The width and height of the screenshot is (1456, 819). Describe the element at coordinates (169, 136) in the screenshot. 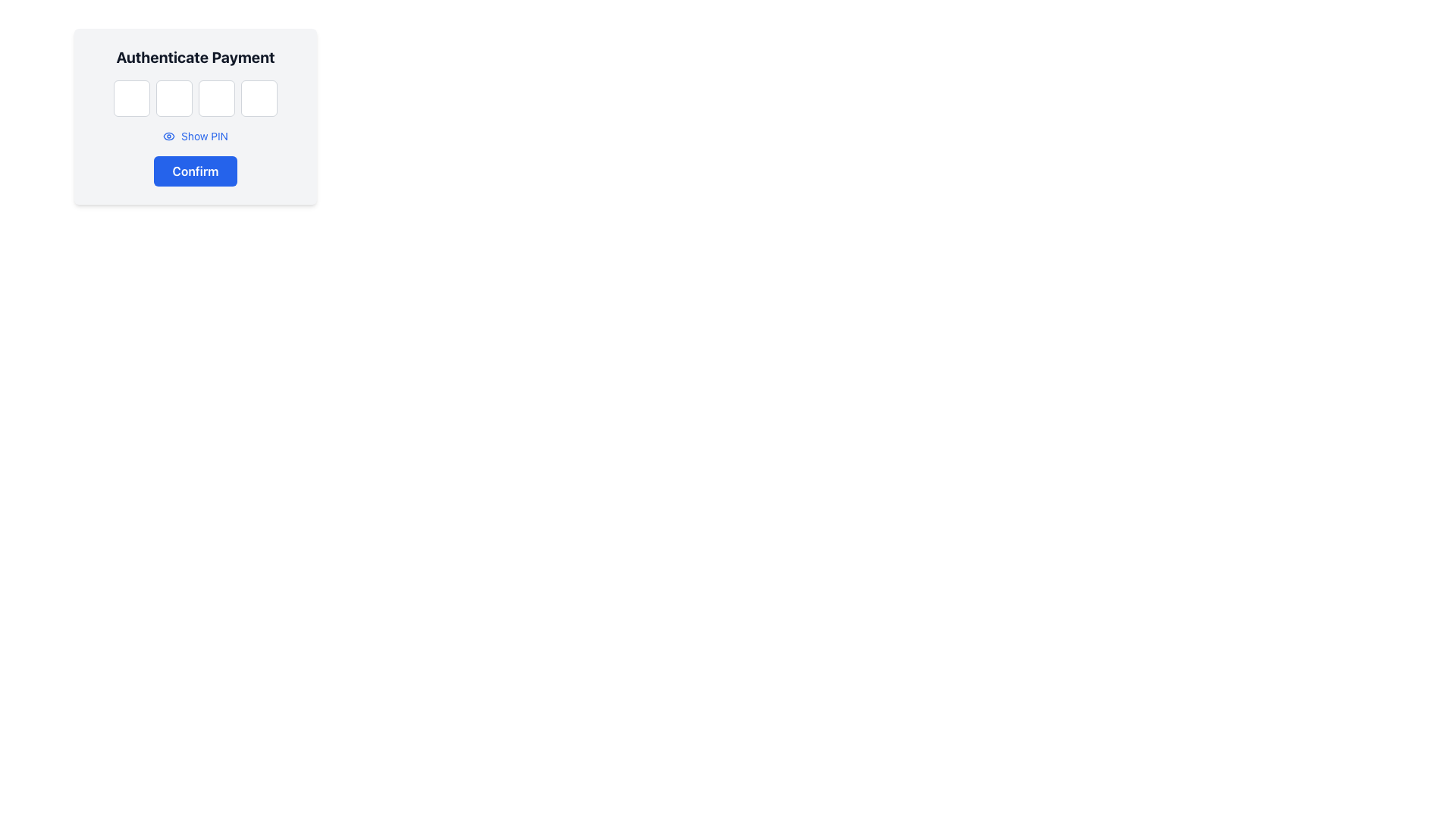

I see `the eye-shaped SVG graphic icon located to the left of the 'Show PIN' text in the authentication box interface` at that location.